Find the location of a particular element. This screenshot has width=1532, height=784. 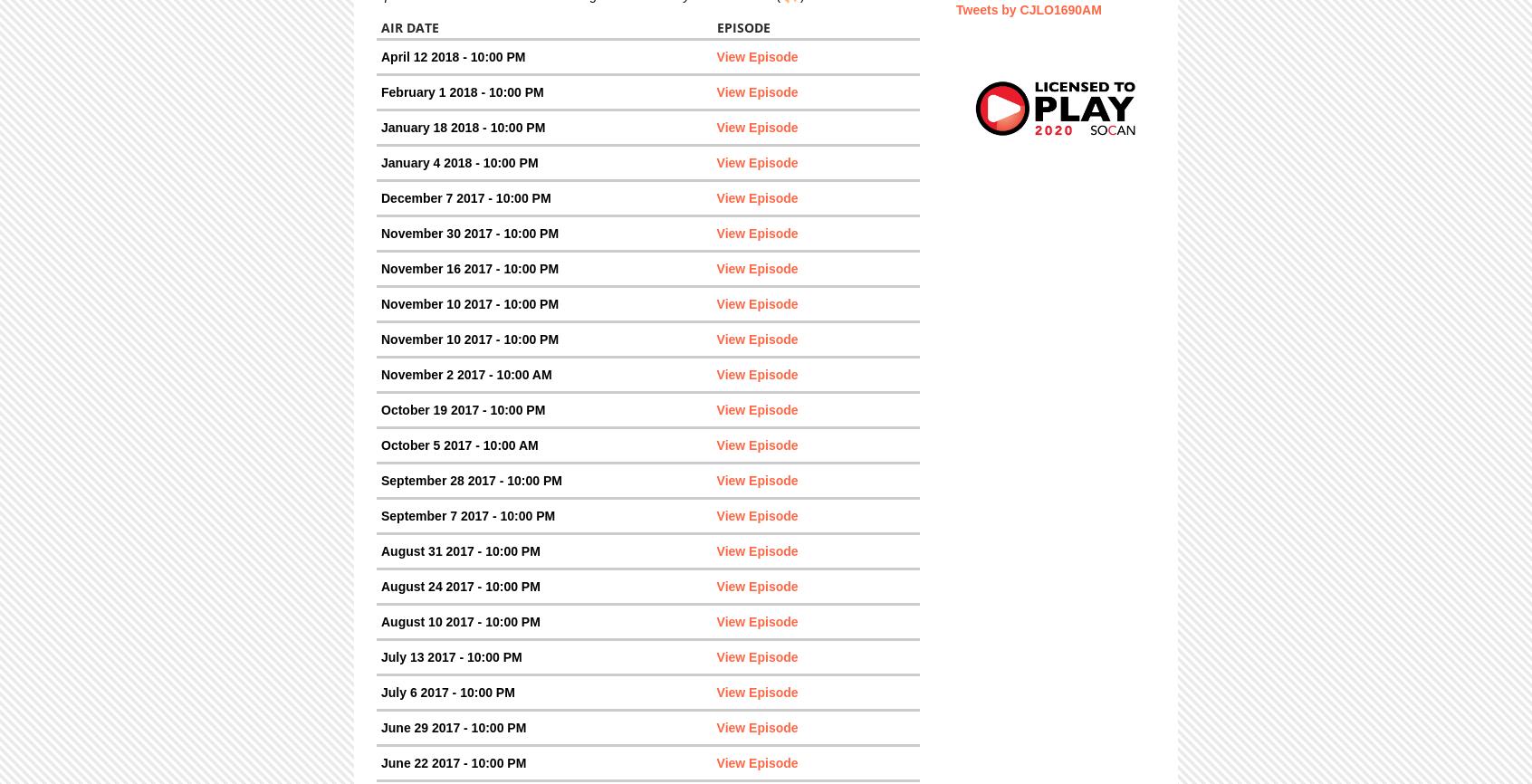

'February 1 2018 - 10:00 PM' is located at coordinates (380, 91).